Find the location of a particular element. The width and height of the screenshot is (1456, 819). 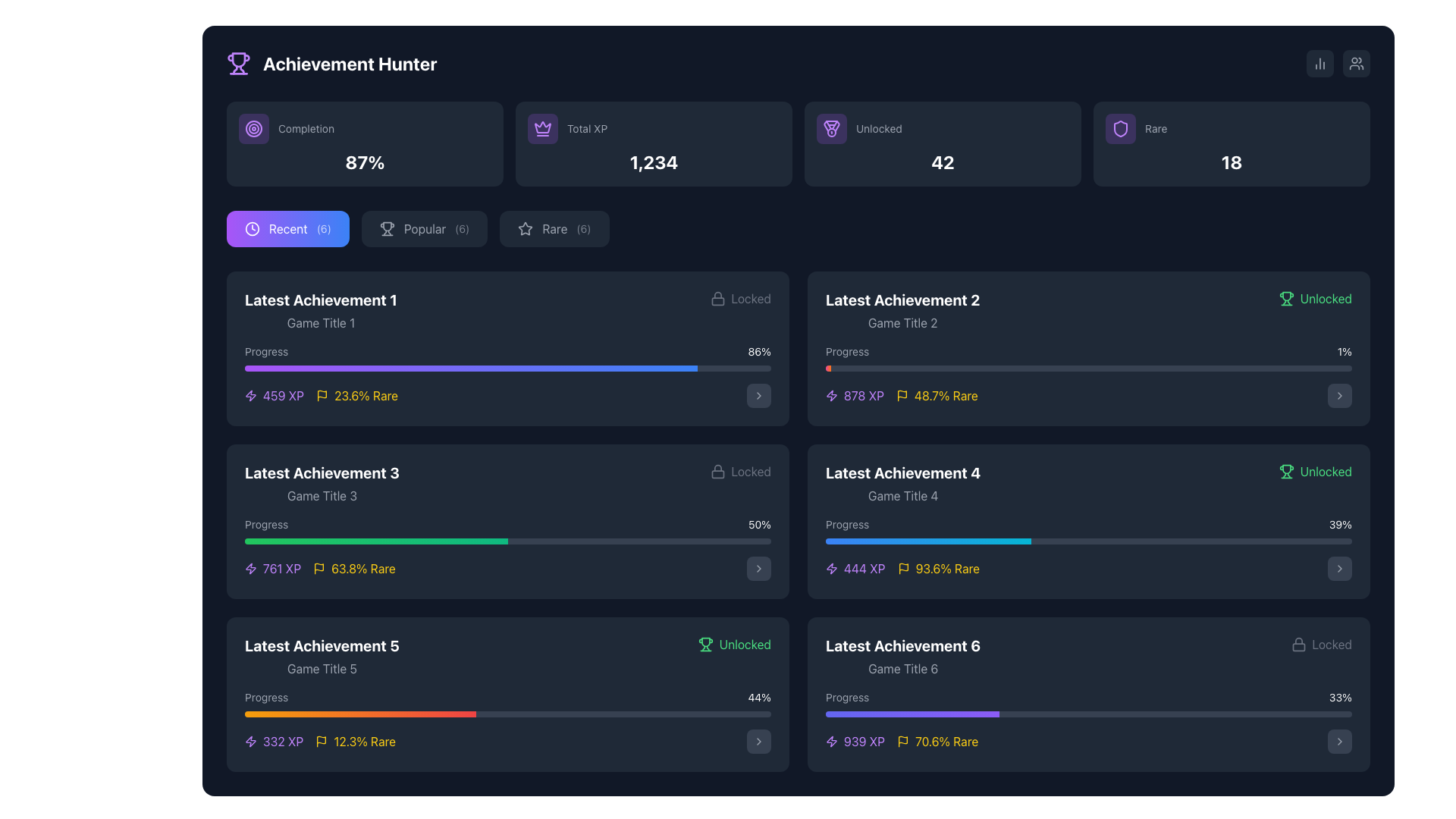

the 'Progress' text label displayed in light gray color, positioned on a dark blue background, located within the 'Latest Achievement 2' box, just below the title and above a progress bar is located at coordinates (846, 351).